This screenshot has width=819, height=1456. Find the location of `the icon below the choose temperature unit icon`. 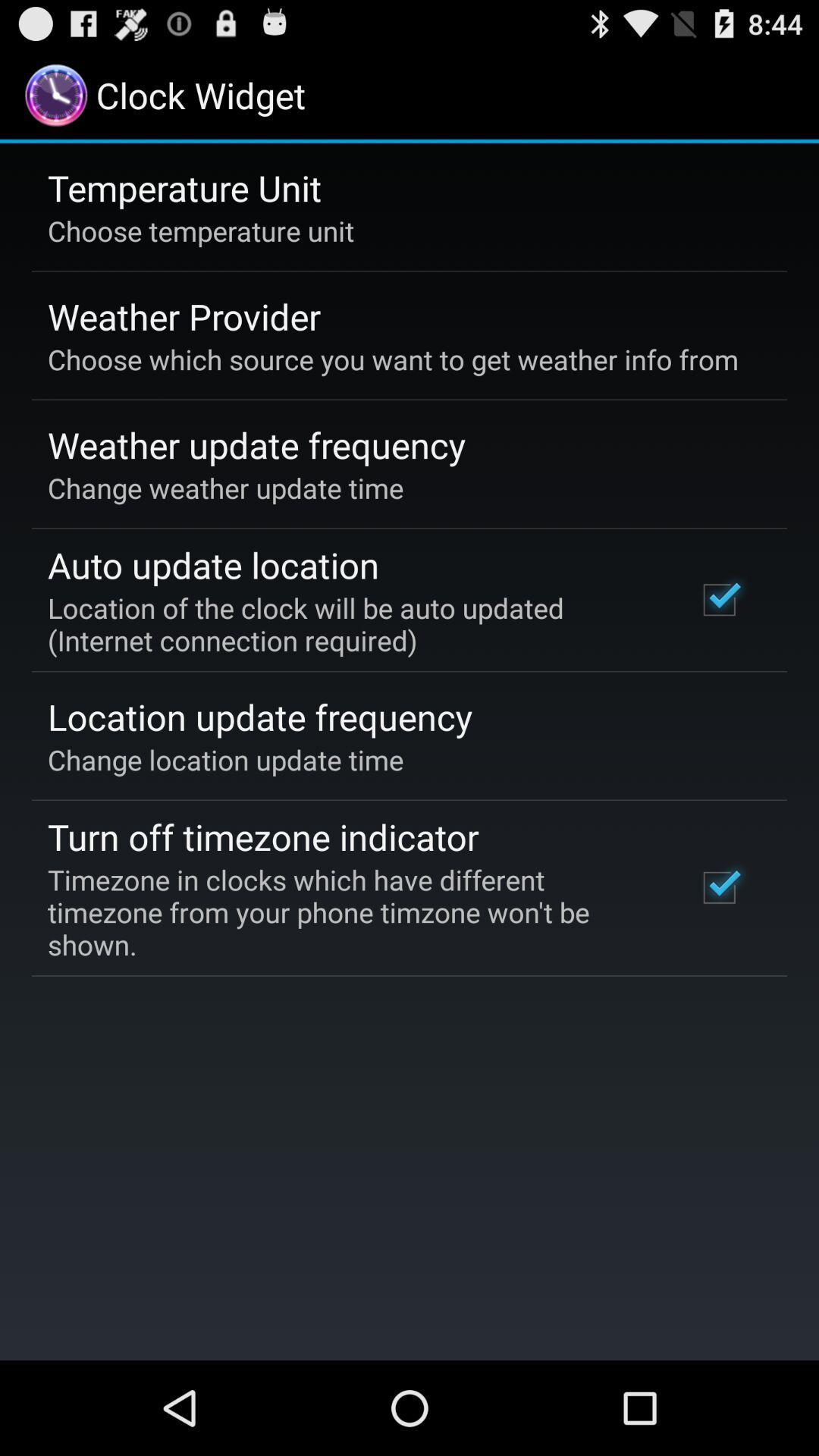

the icon below the choose temperature unit icon is located at coordinates (184, 315).